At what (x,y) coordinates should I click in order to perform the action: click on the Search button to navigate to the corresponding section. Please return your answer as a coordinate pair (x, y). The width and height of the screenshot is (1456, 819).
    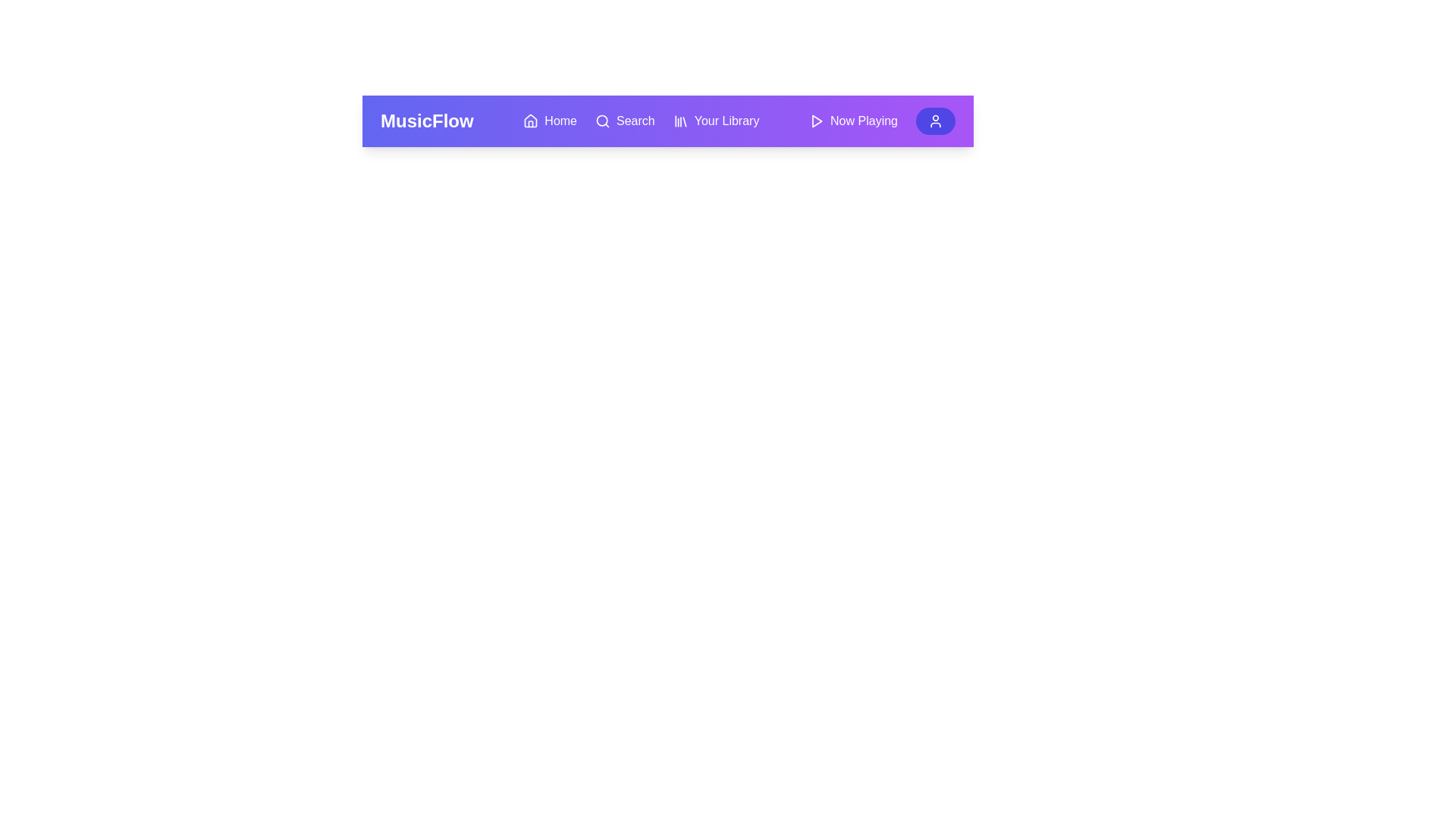
    Looking at the image, I should click on (625, 120).